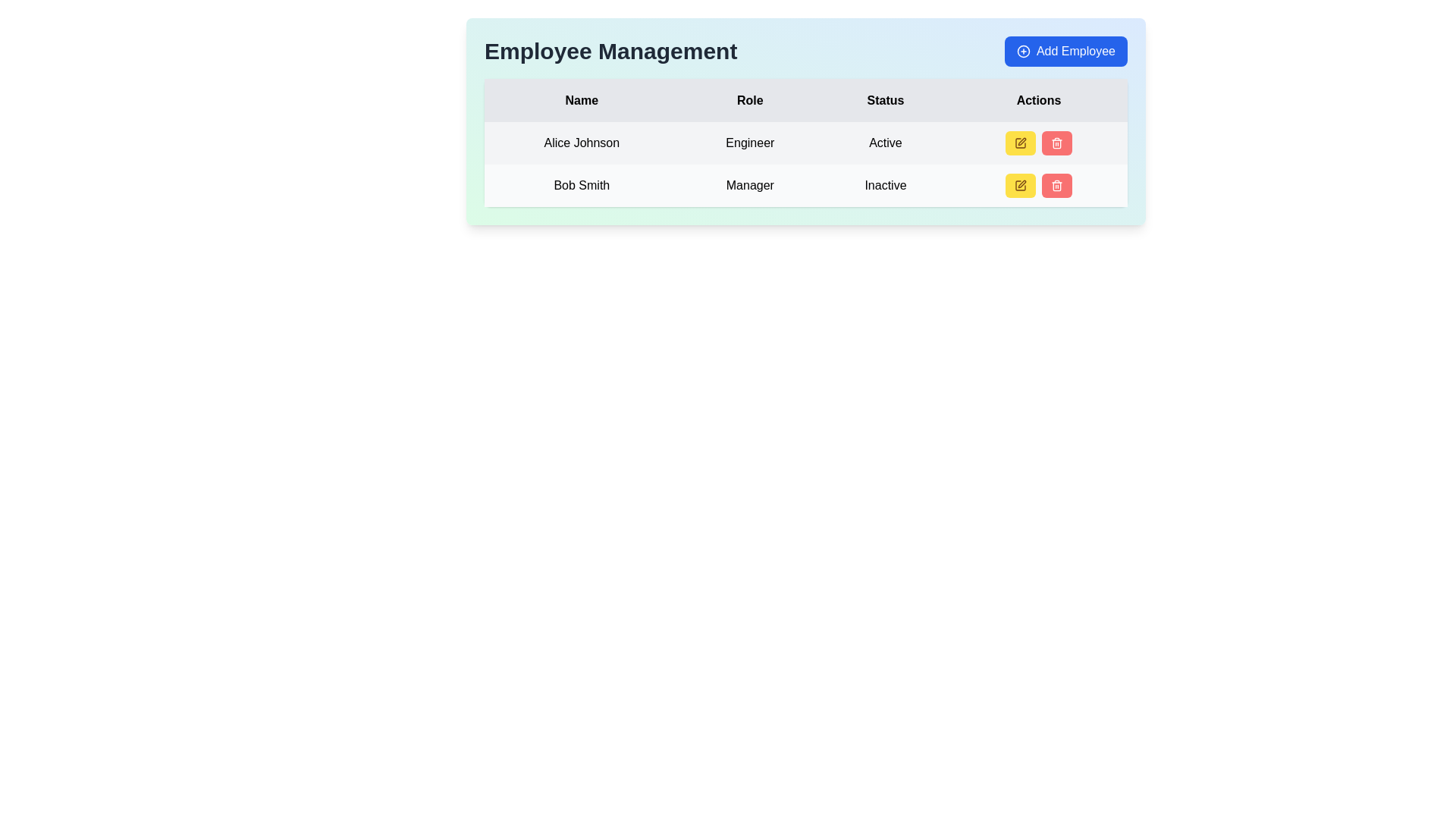 This screenshot has width=1456, height=819. I want to click on the header label for the last column in the table that indicates action buttons for each row, so click(1037, 100).